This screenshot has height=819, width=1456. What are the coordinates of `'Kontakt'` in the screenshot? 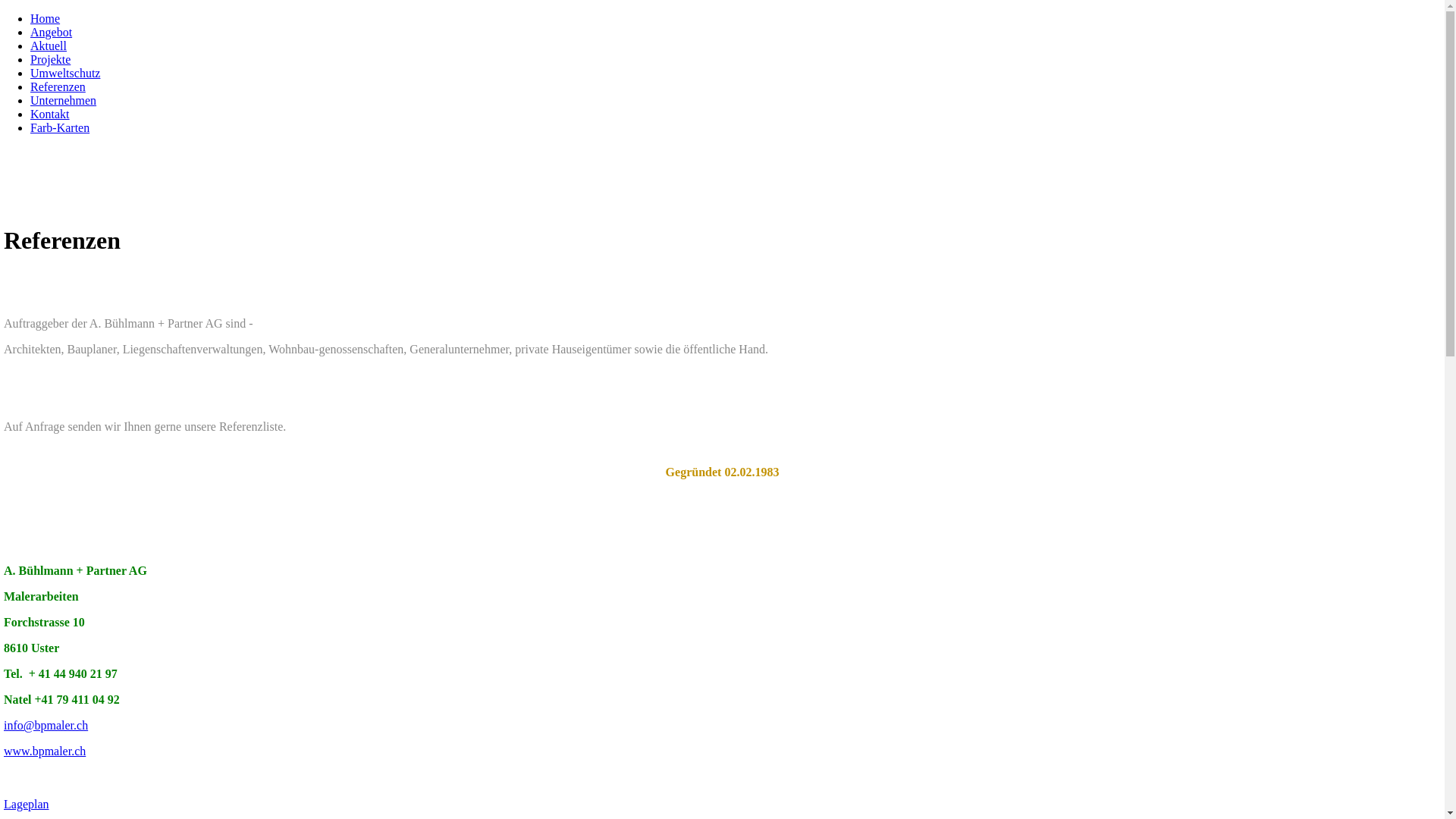 It's located at (50, 113).